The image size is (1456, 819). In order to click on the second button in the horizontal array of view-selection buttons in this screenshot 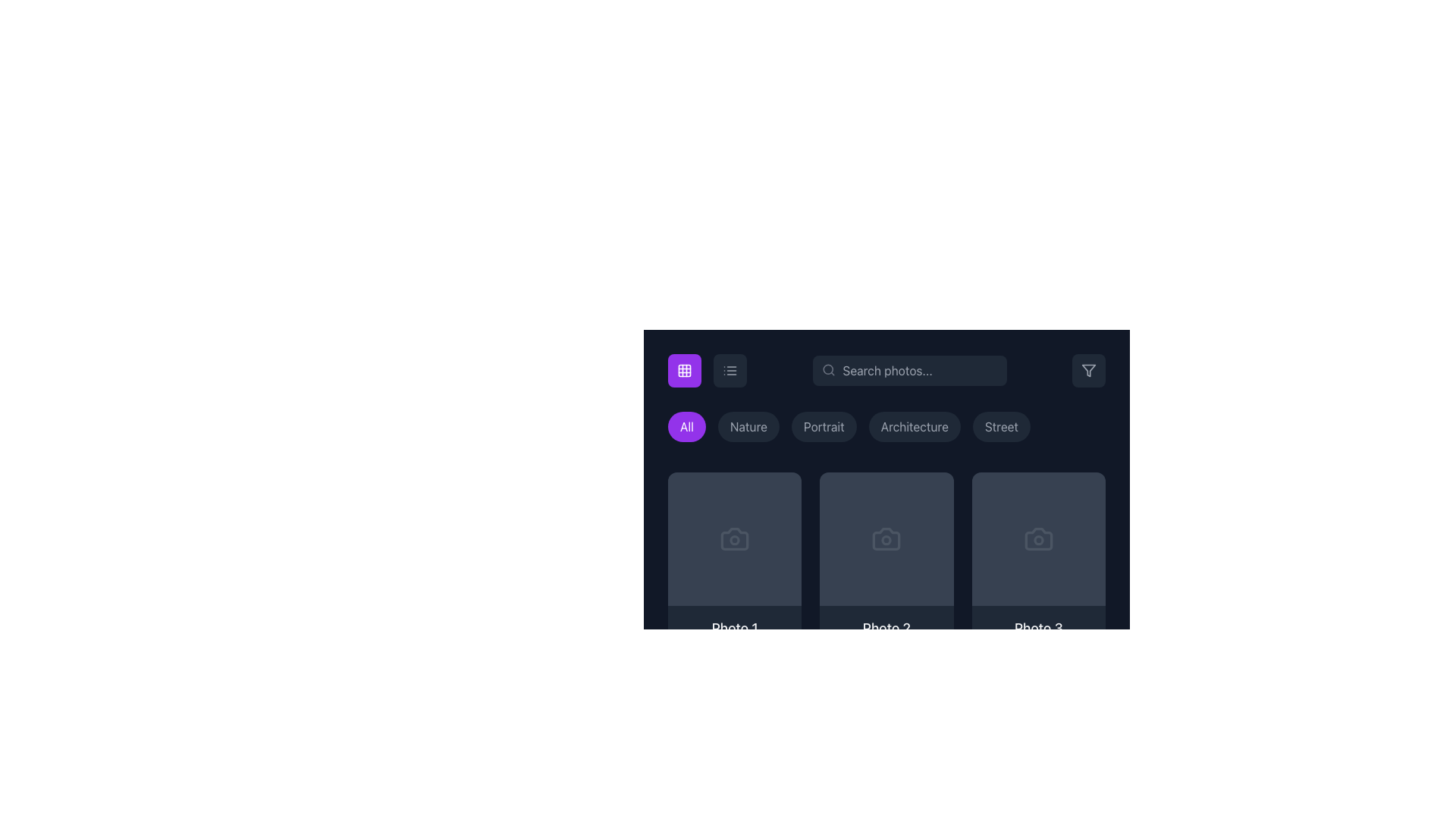, I will do `click(730, 371)`.